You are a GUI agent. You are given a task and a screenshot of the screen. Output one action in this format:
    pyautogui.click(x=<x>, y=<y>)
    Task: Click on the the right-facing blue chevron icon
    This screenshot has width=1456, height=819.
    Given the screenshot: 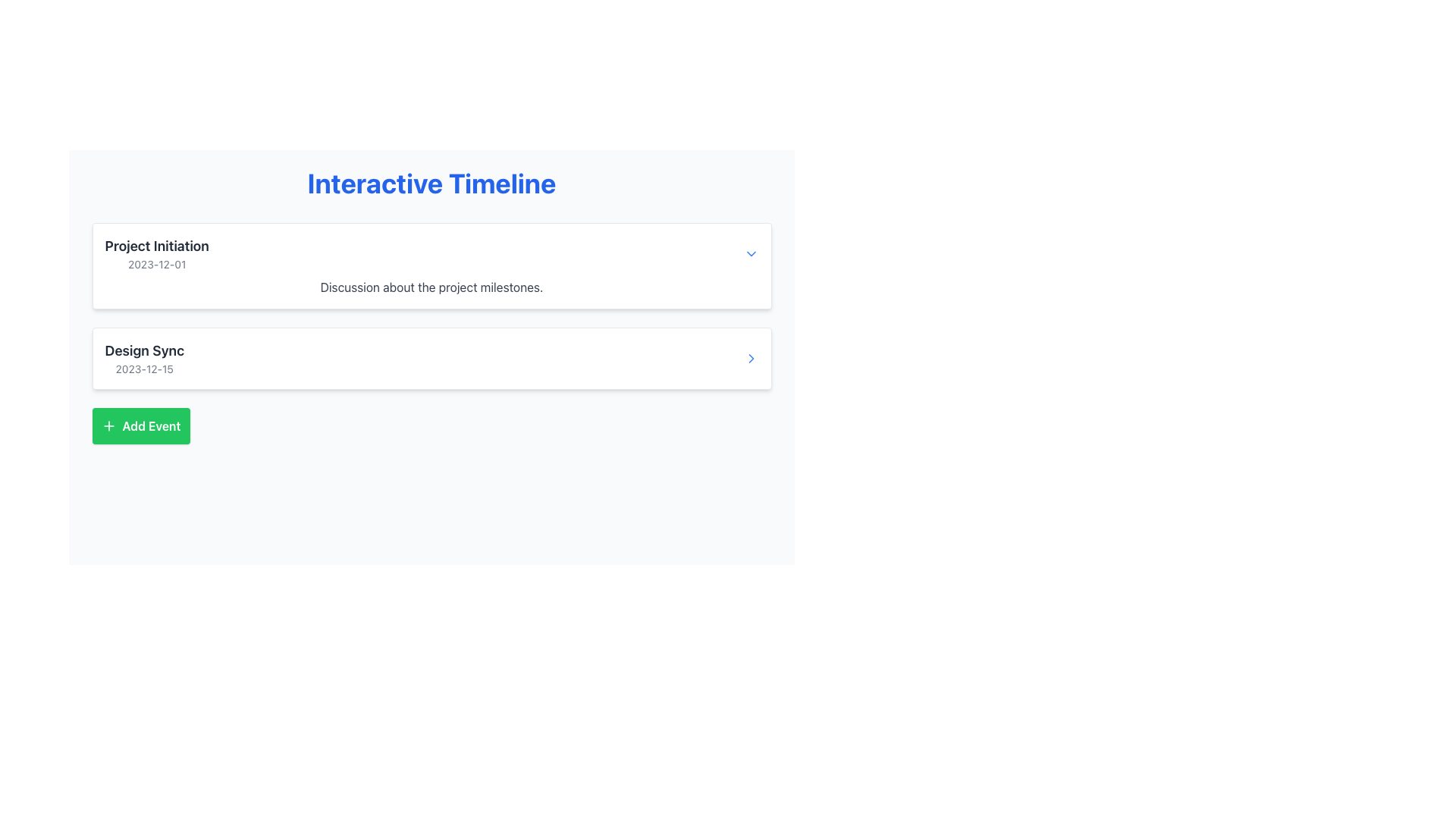 What is the action you would take?
    pyautogui.click(x=751, y=359)
    